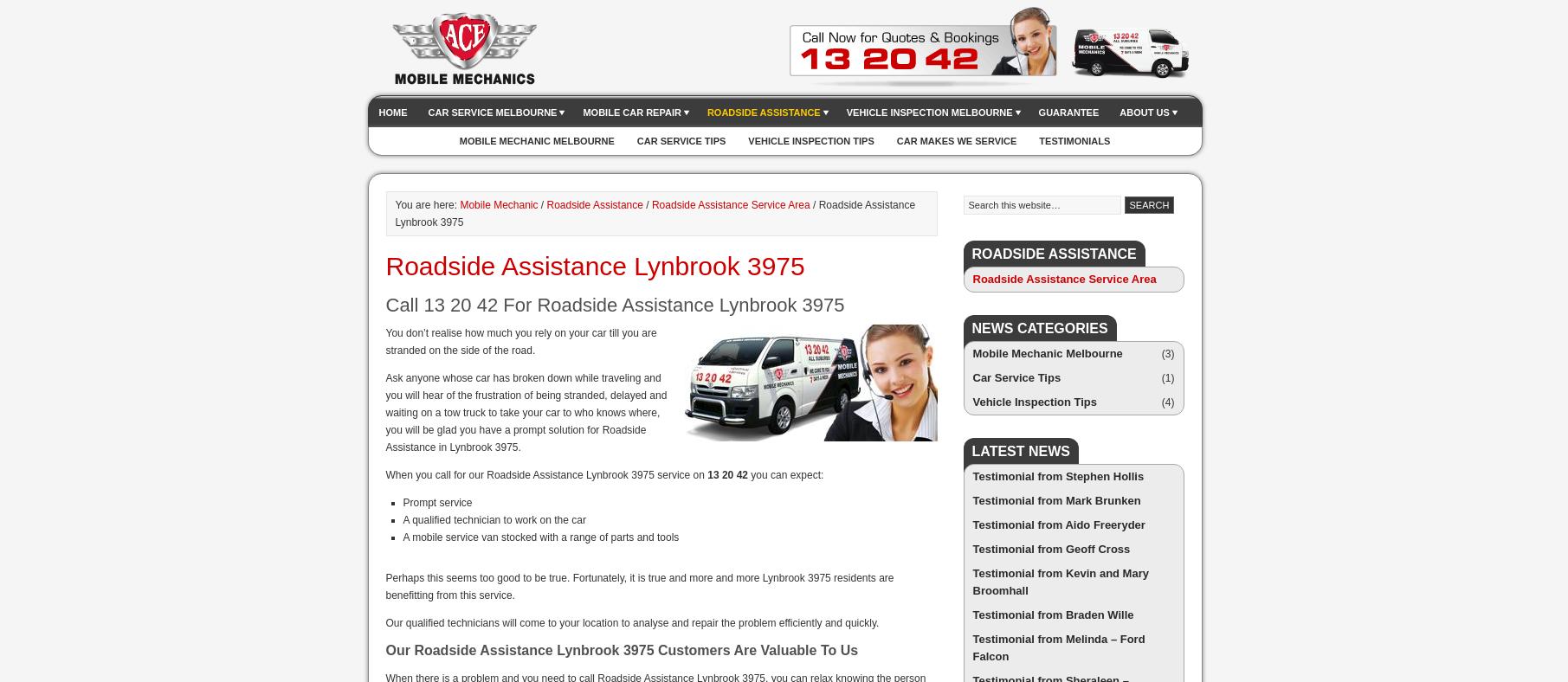 The height and width of the screenshot is (682, 1568). I want to click on 'About Us', so click(1120, 113).